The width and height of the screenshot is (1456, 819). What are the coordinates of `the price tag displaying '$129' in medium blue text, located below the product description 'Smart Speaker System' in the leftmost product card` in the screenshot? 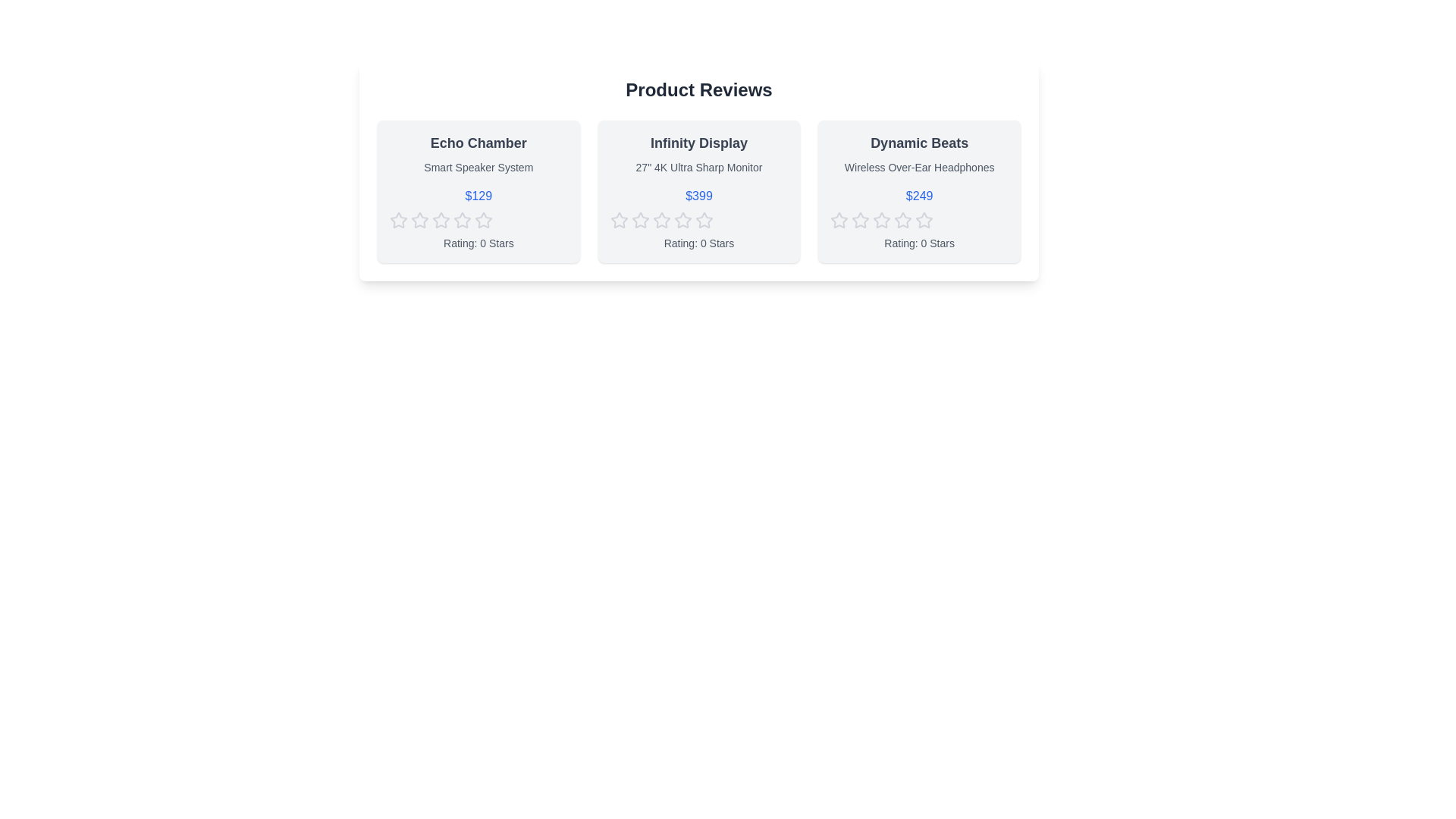 It's located at (478, 195).